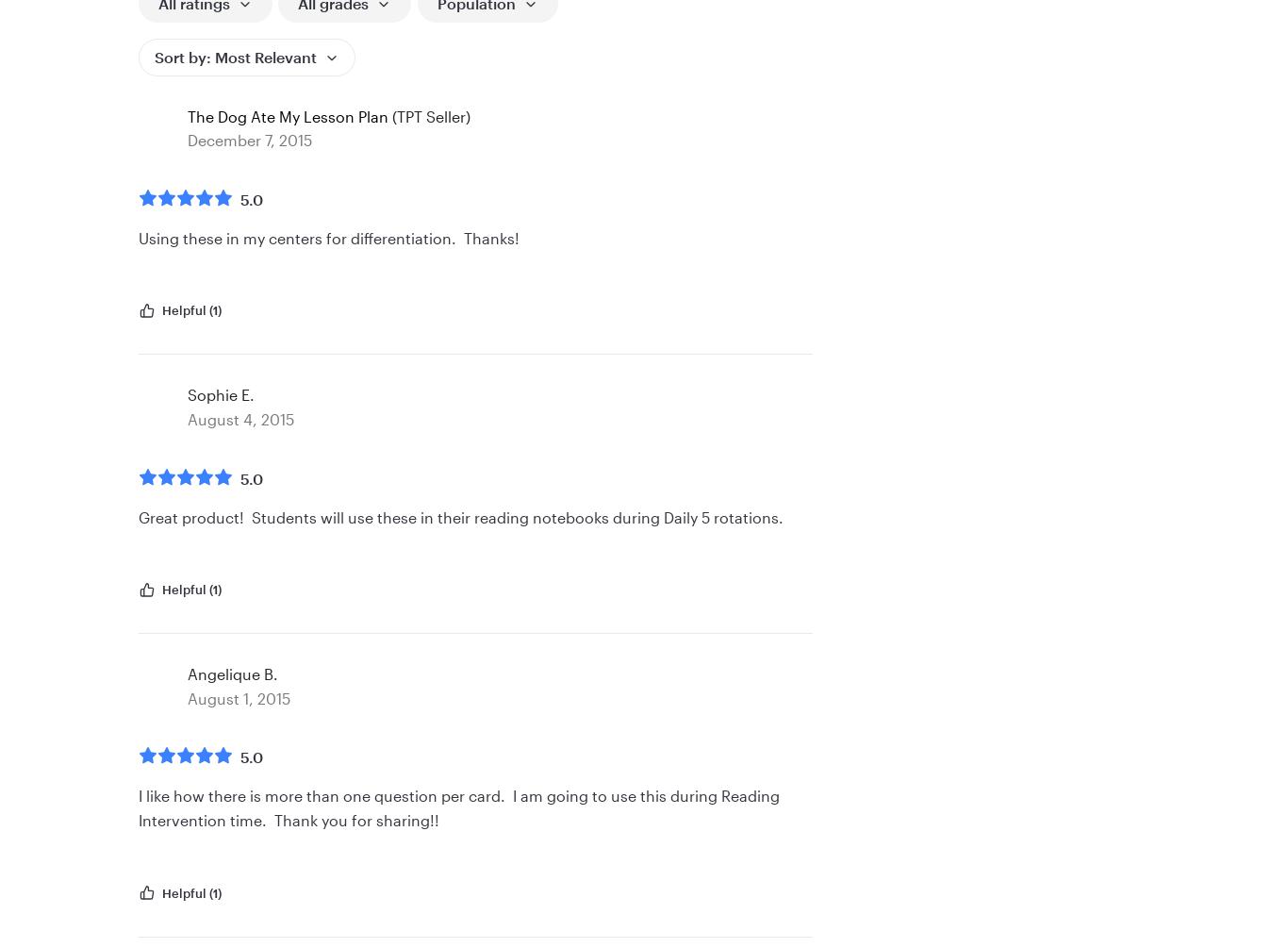  I want to click on '(TPT Seller)', so click(428, 115).